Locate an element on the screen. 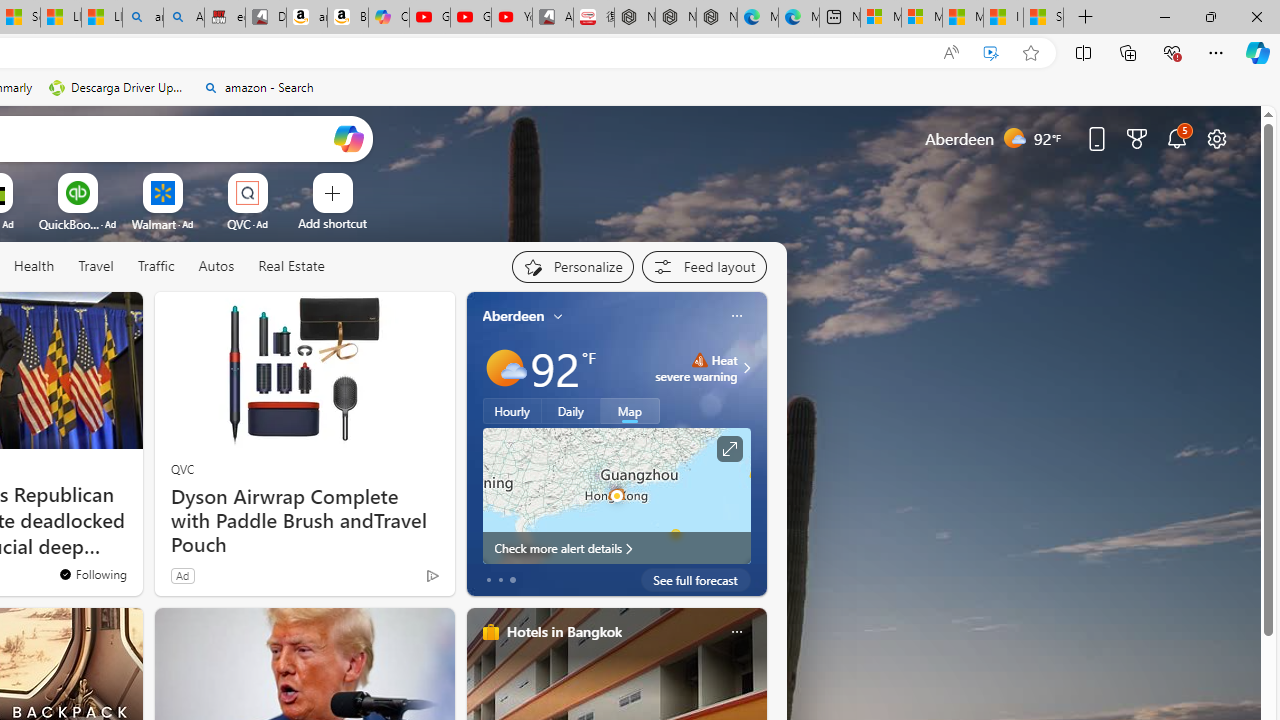 This screenshot has width=1280, height=720. 'tab-1' is located at coordinates (500, 579).